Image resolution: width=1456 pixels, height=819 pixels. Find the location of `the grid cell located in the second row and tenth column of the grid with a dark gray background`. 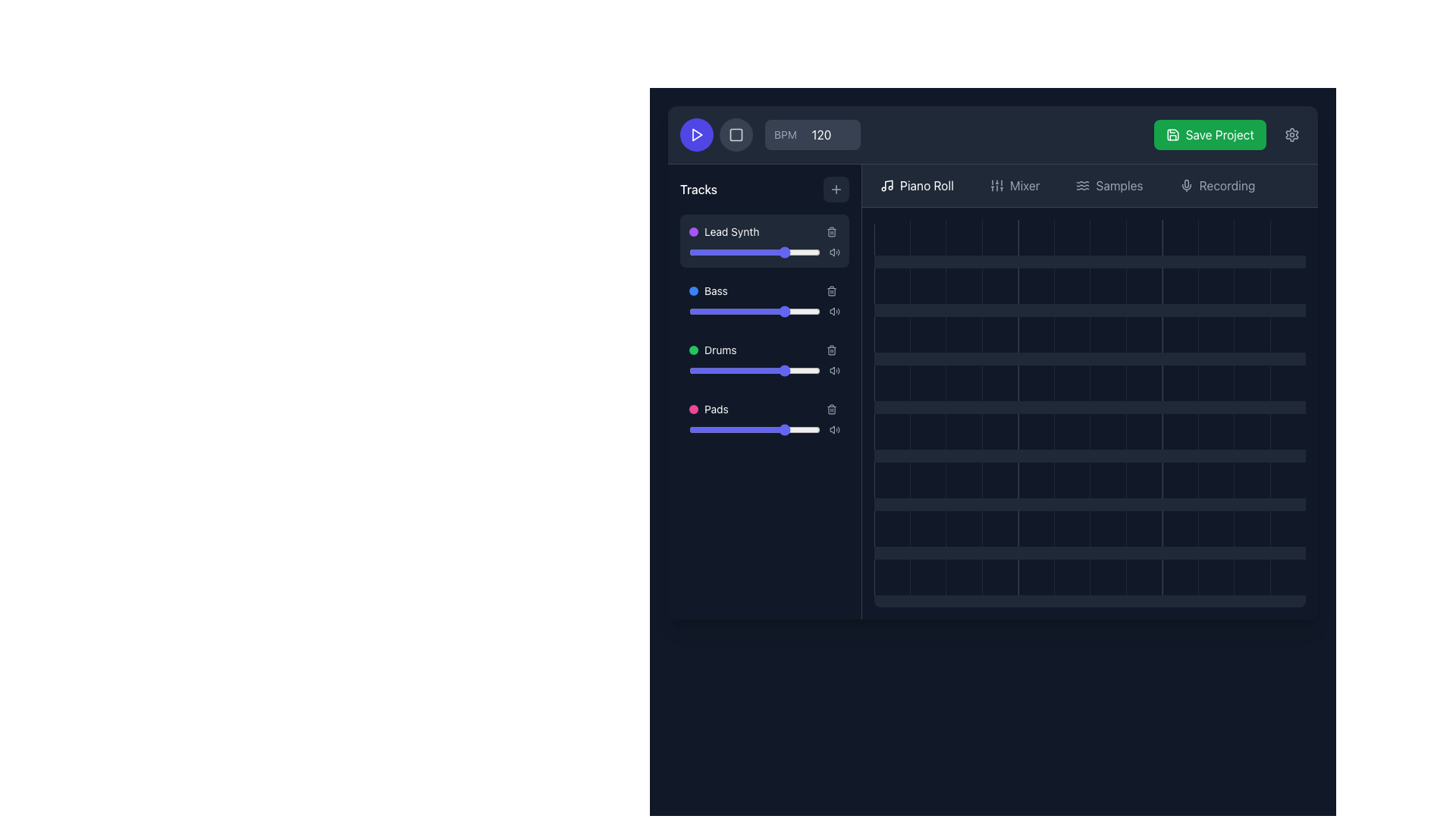

the grid cell located in the second row and tenth column of the grid with a dark gray background is located at coordinates (1216, 286).